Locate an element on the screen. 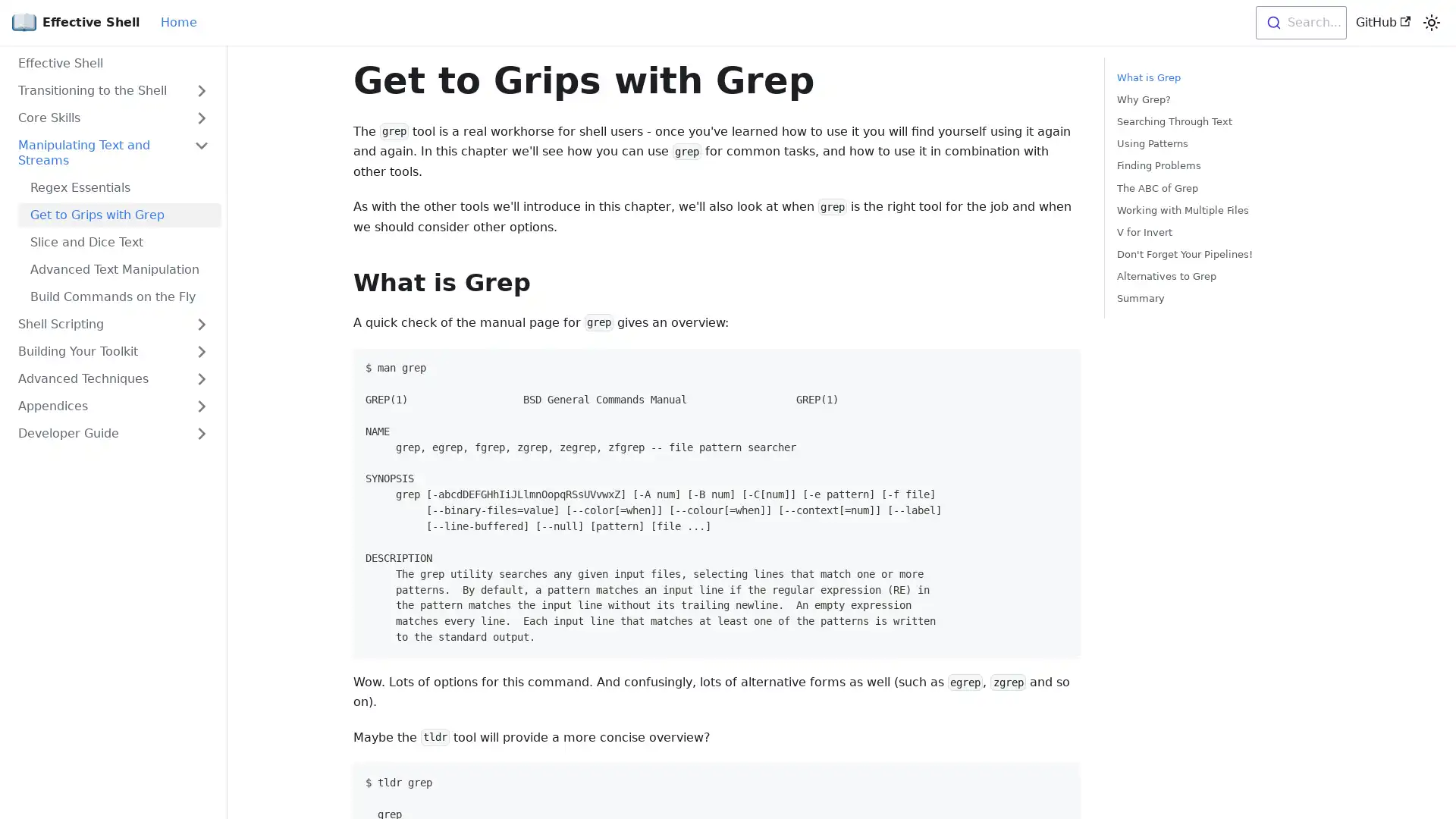 This screenshot has width=1456, height=819. Search... is located at coordinates (1299, 23).